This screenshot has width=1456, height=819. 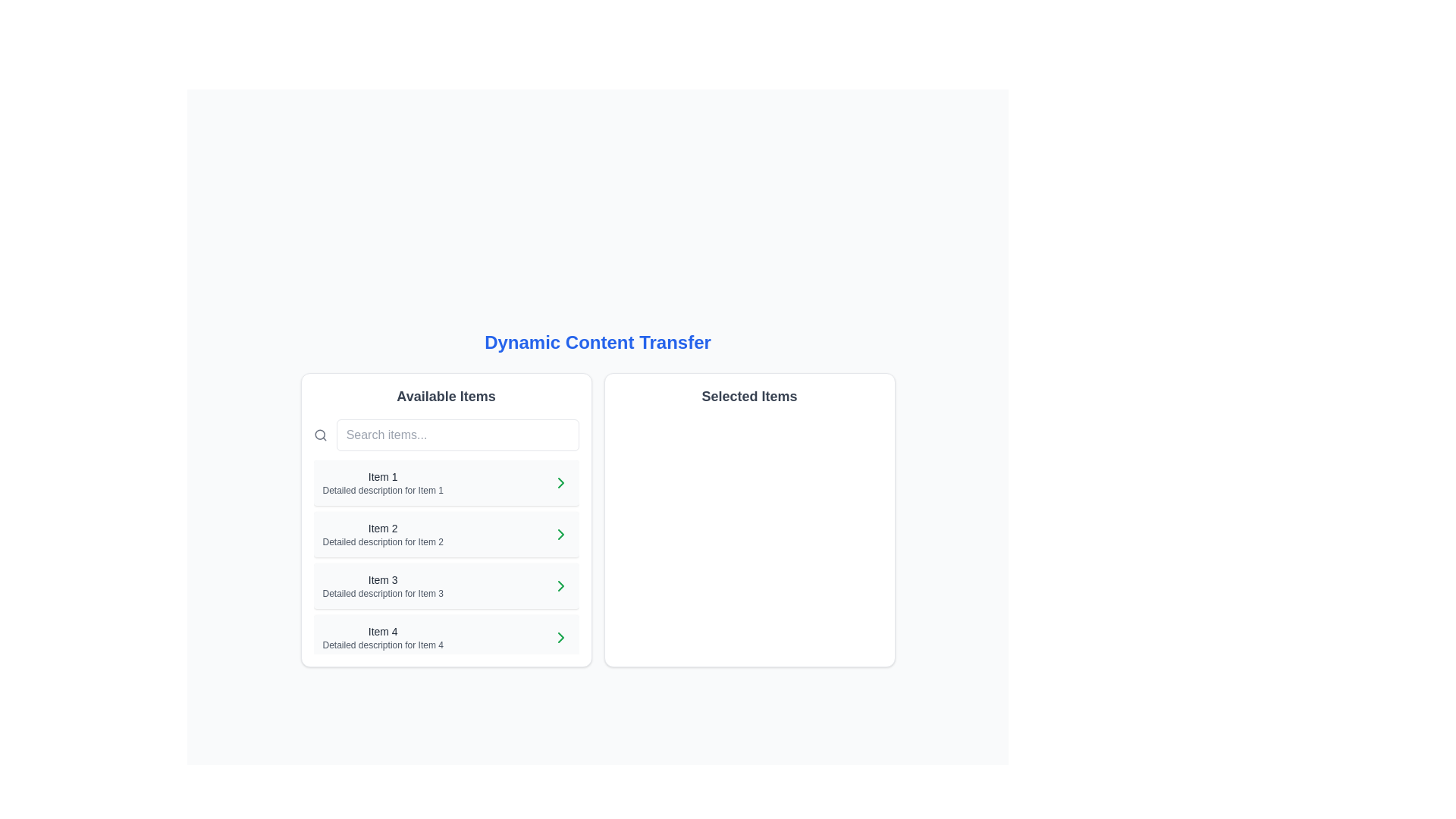 What do you see at coordinates (560, 585) in the screenshot?
I see `the rightward green arrow icon, which serves as a navigation pointer` at bounding box center [560, 585].